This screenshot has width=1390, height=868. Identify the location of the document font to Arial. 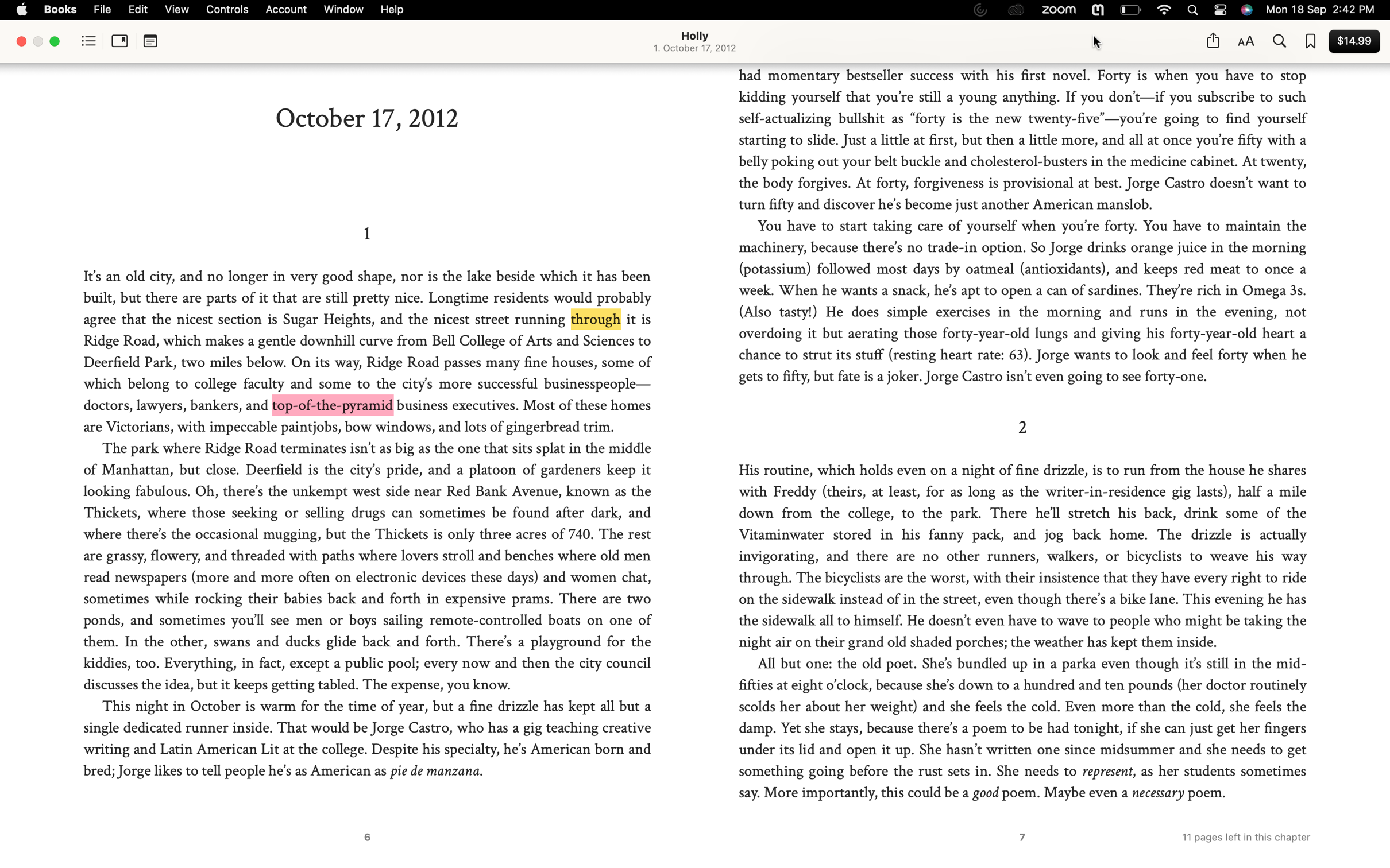
(1245, 42).